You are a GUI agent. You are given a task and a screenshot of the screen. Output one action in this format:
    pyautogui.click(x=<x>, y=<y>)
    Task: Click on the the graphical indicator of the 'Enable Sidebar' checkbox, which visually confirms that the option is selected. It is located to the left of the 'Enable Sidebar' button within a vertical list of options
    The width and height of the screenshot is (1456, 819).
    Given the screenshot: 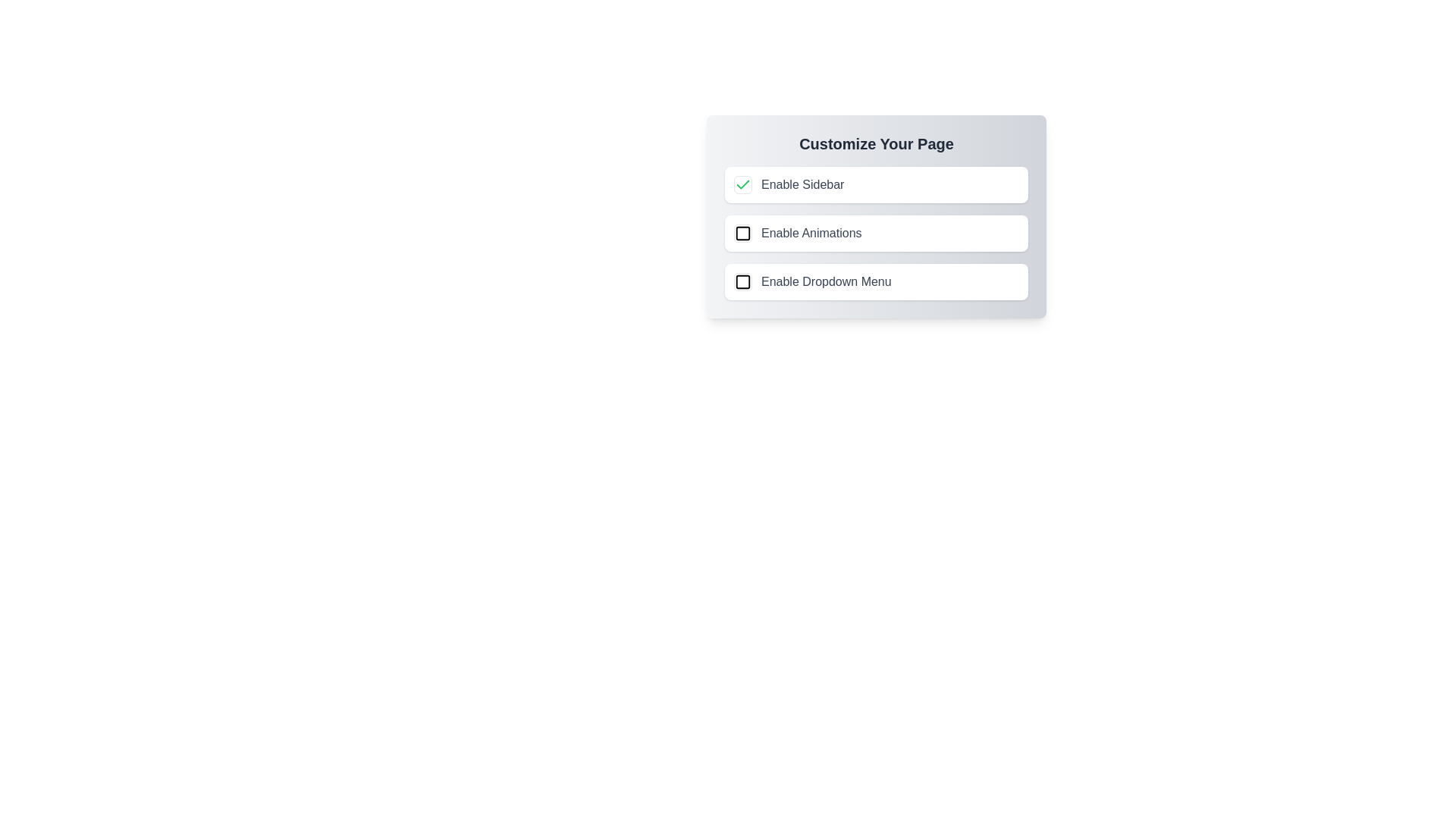 What is the action you would take?
    pyautogui.click(x=742, y=184)
    